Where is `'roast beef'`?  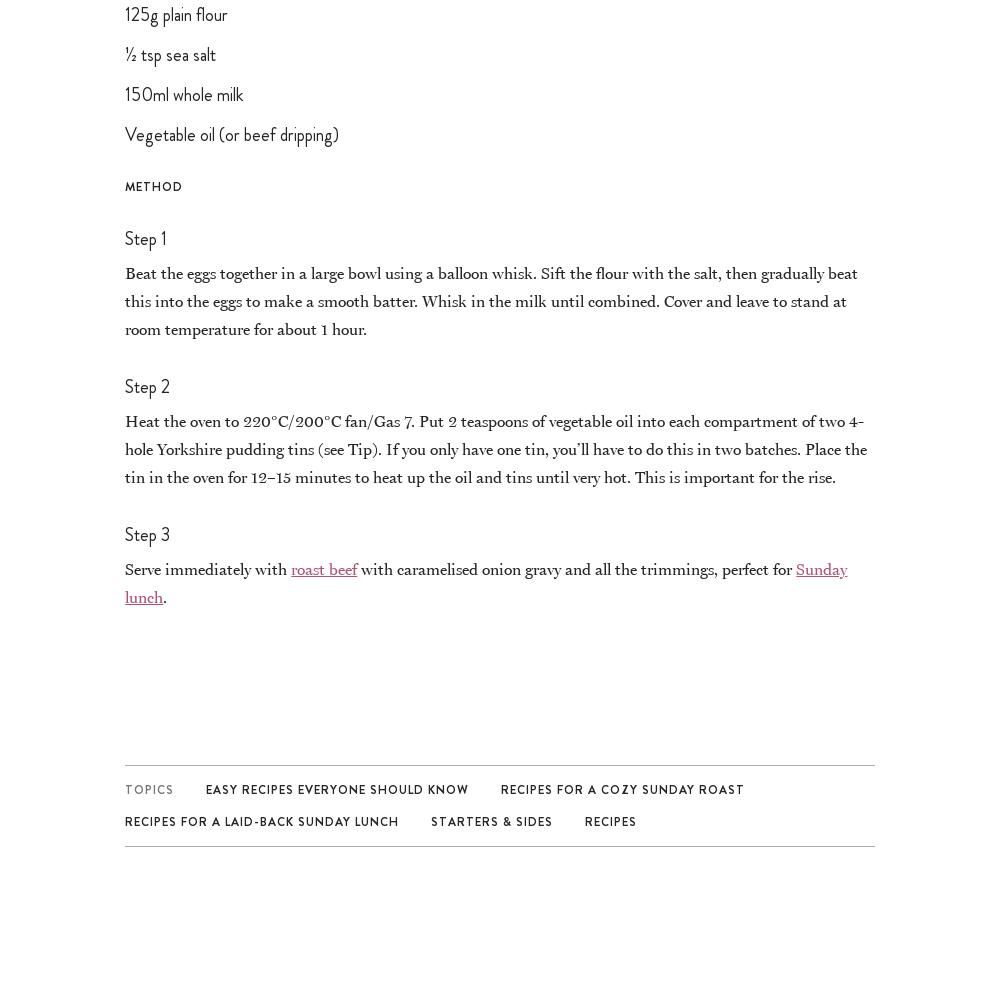 'roast beef' is located at coordinates (323, 567).